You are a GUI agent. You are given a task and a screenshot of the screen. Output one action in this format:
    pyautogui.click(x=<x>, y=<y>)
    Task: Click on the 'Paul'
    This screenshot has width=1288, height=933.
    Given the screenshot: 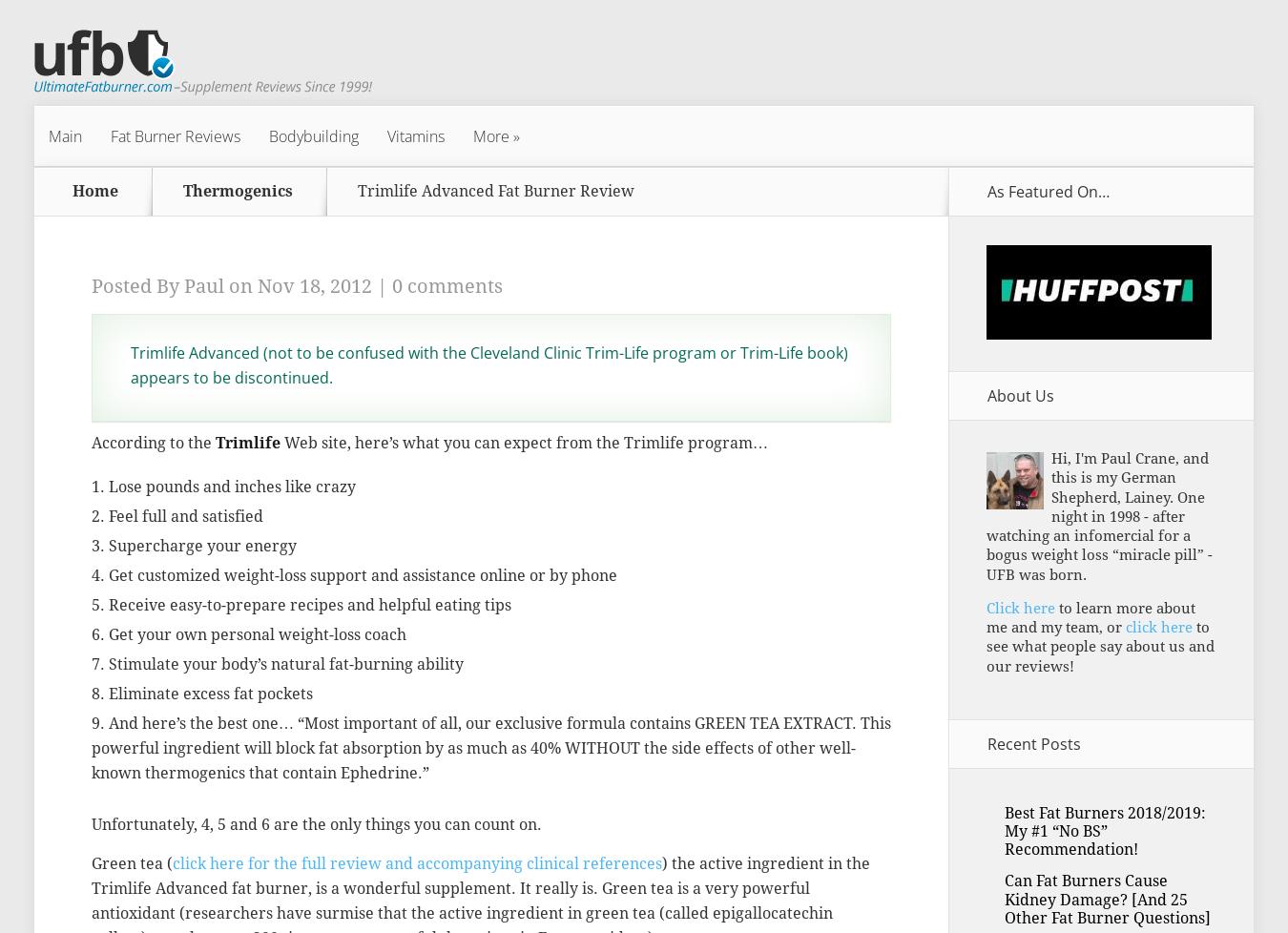 What is the action you would take?
    pyautogui.click(x=184, y=284)
    